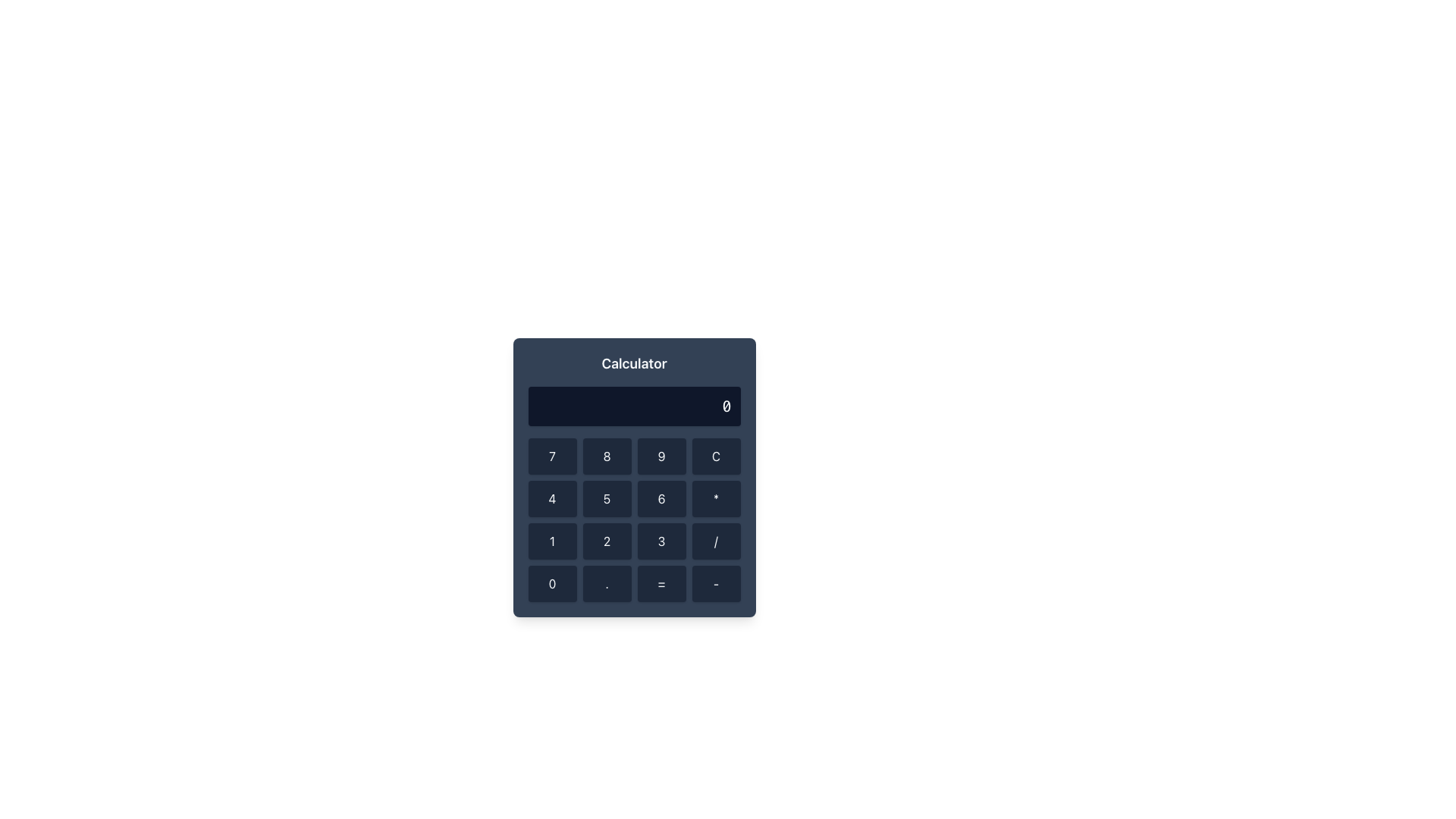  Describe the element at coordinates (715, 540) in the screenshot. I see `the division operator button located in the fourth column and third row of the calculator interface to input the division operator` at that location.